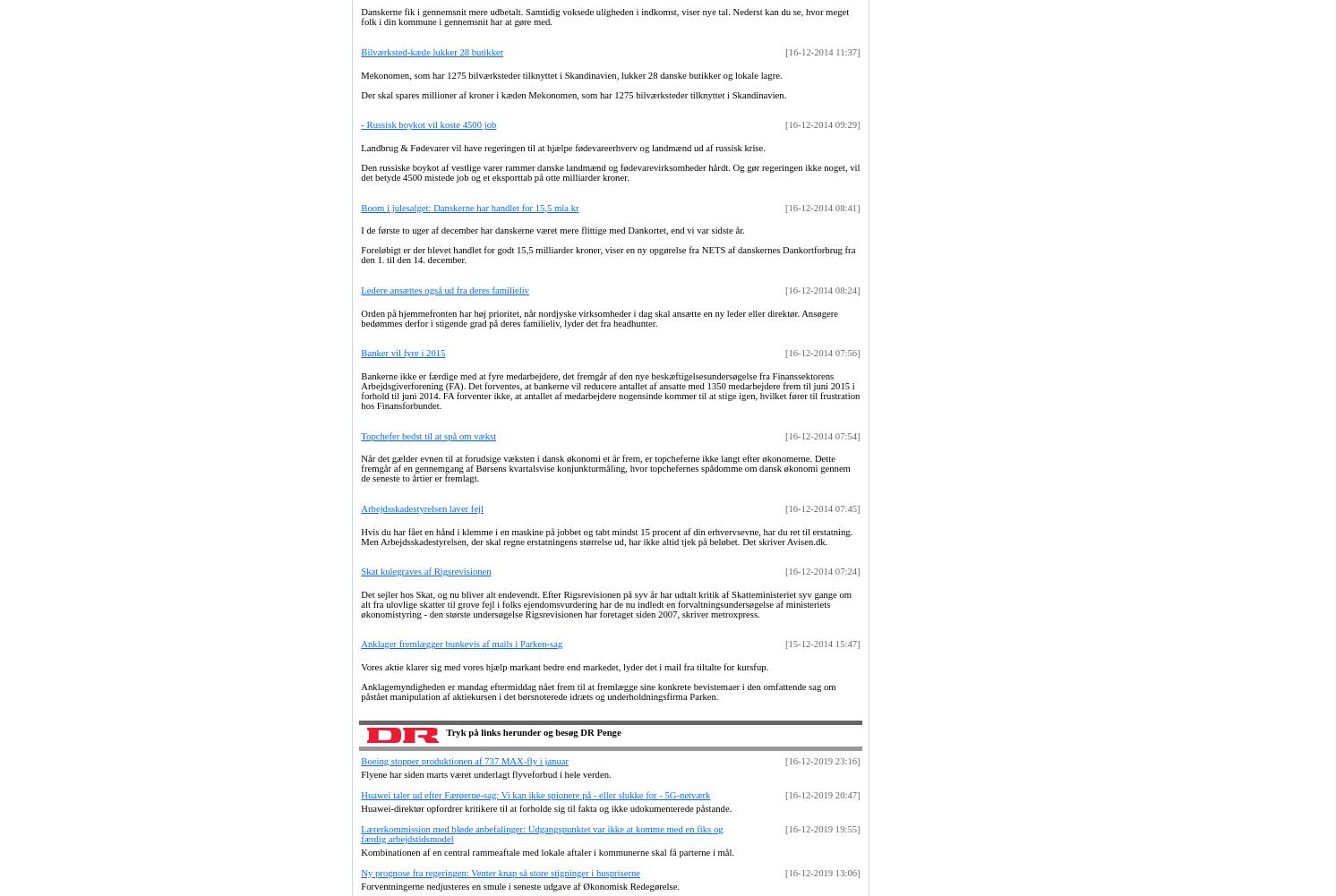 The width and height of the screenshot is (1336, 896). What do you see at coordinates (422, 507) in the screenshot?
I see `'Arbejdsskadestyrelsen laver fejl'` at bounding box center [422, 507].